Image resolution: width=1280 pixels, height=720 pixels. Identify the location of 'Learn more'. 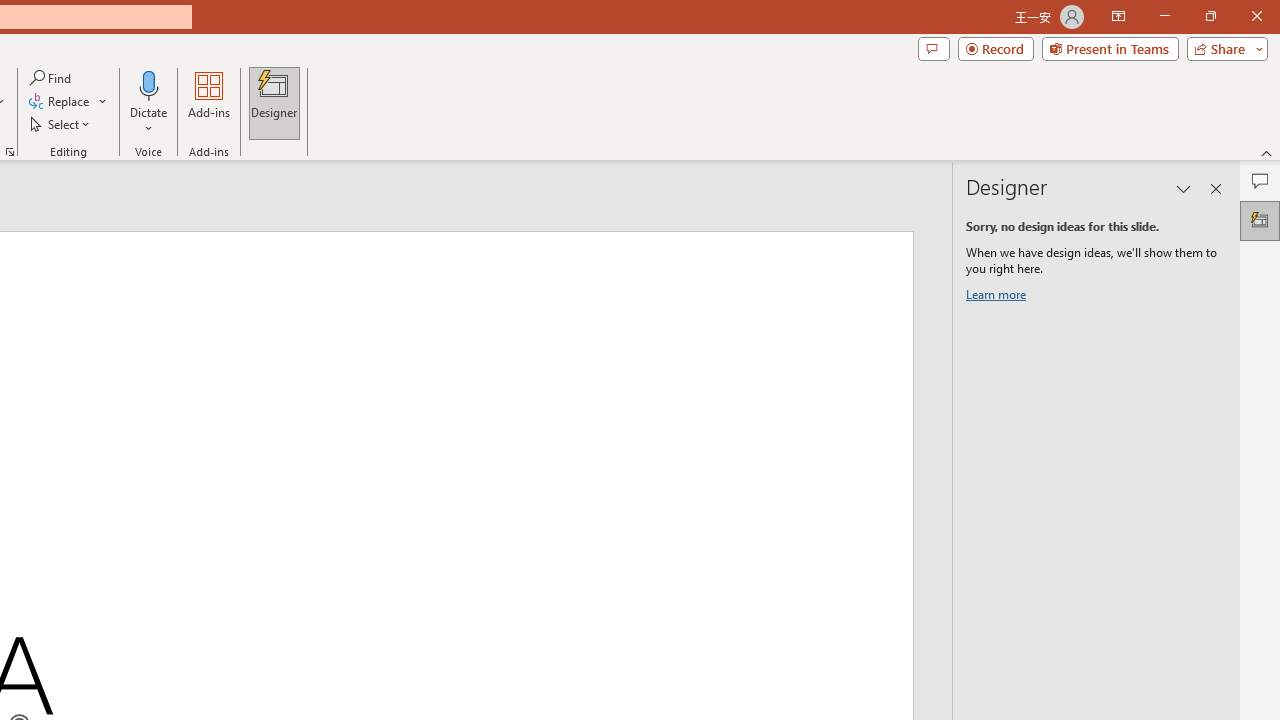
(999, 298).